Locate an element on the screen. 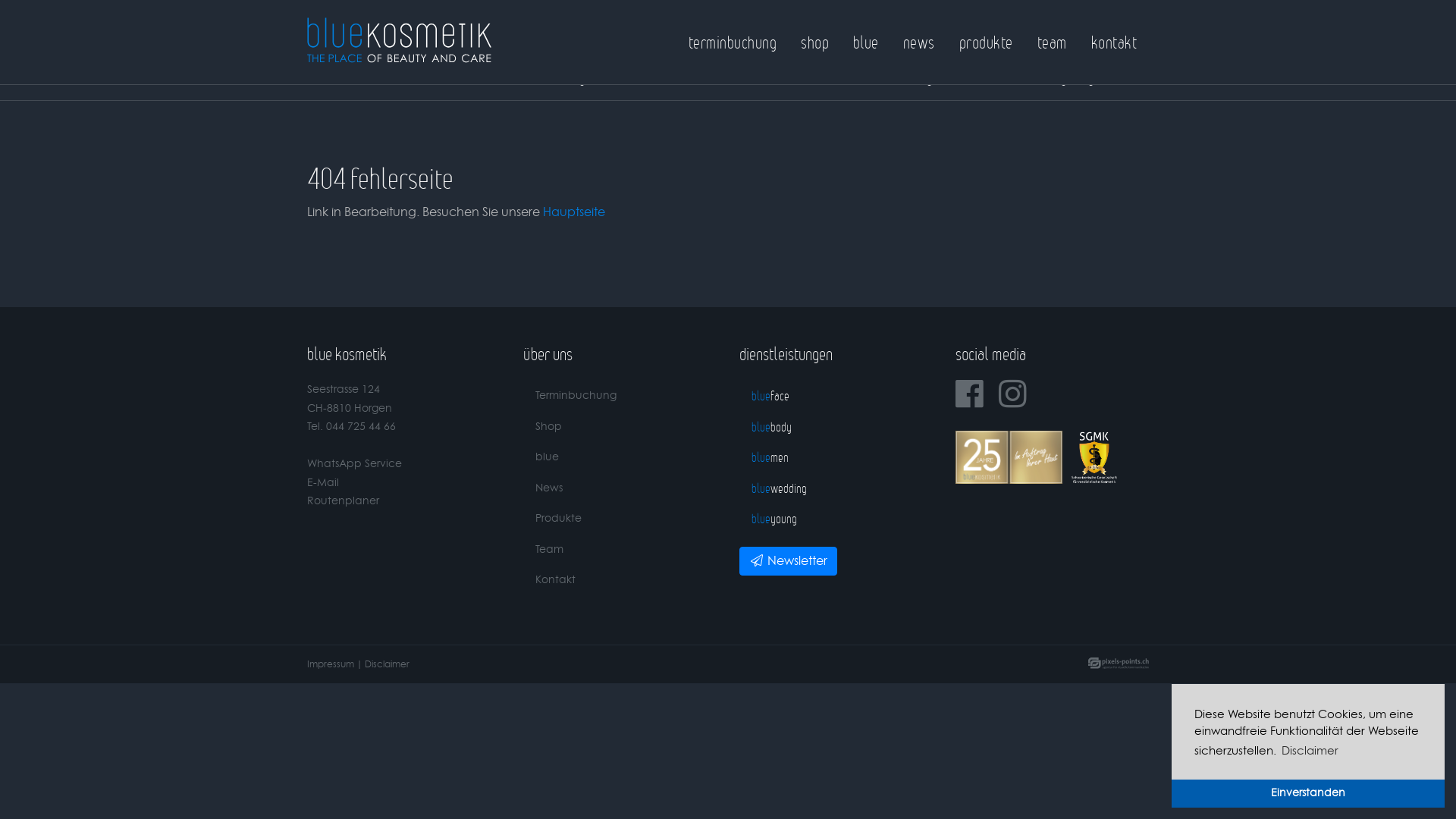  'shop' is located at coordinates (814, 42).